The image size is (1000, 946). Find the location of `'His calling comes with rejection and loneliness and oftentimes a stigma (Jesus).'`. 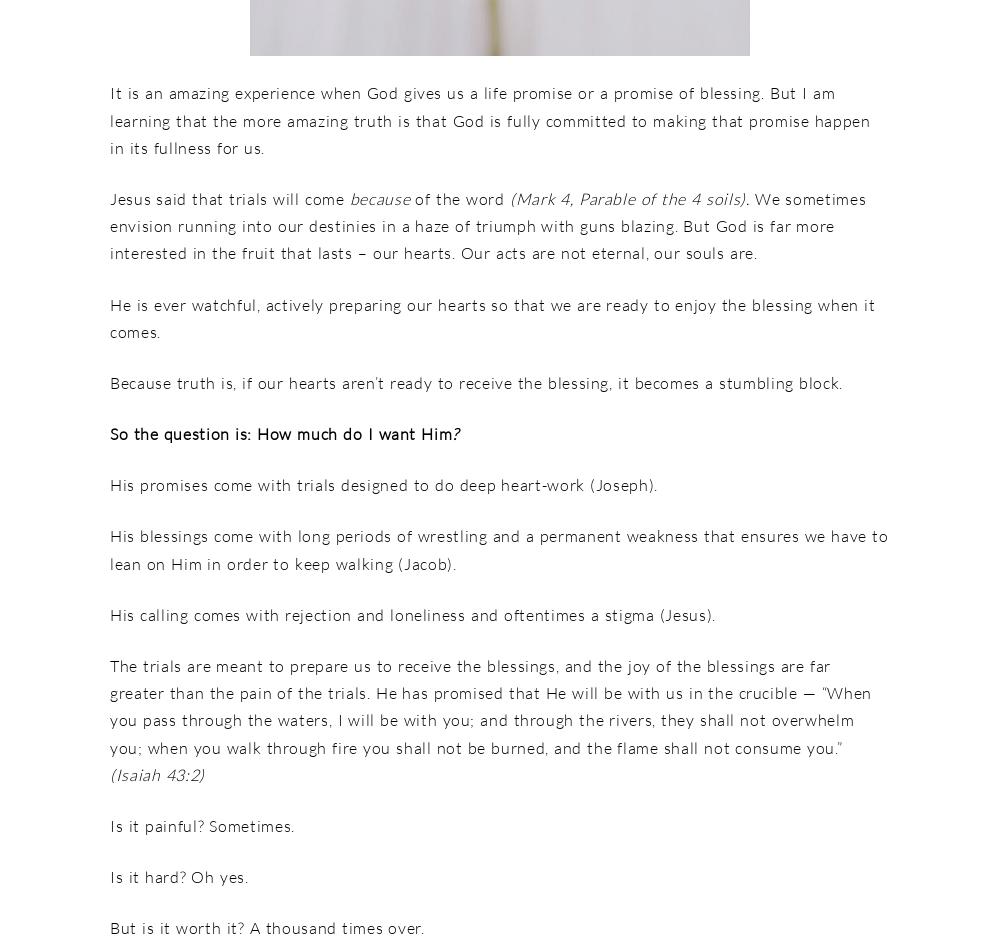

'His calling comes with rejection and loneliness and oftentimes a stigma (Jesus).' is located at coordinates (412, 612).